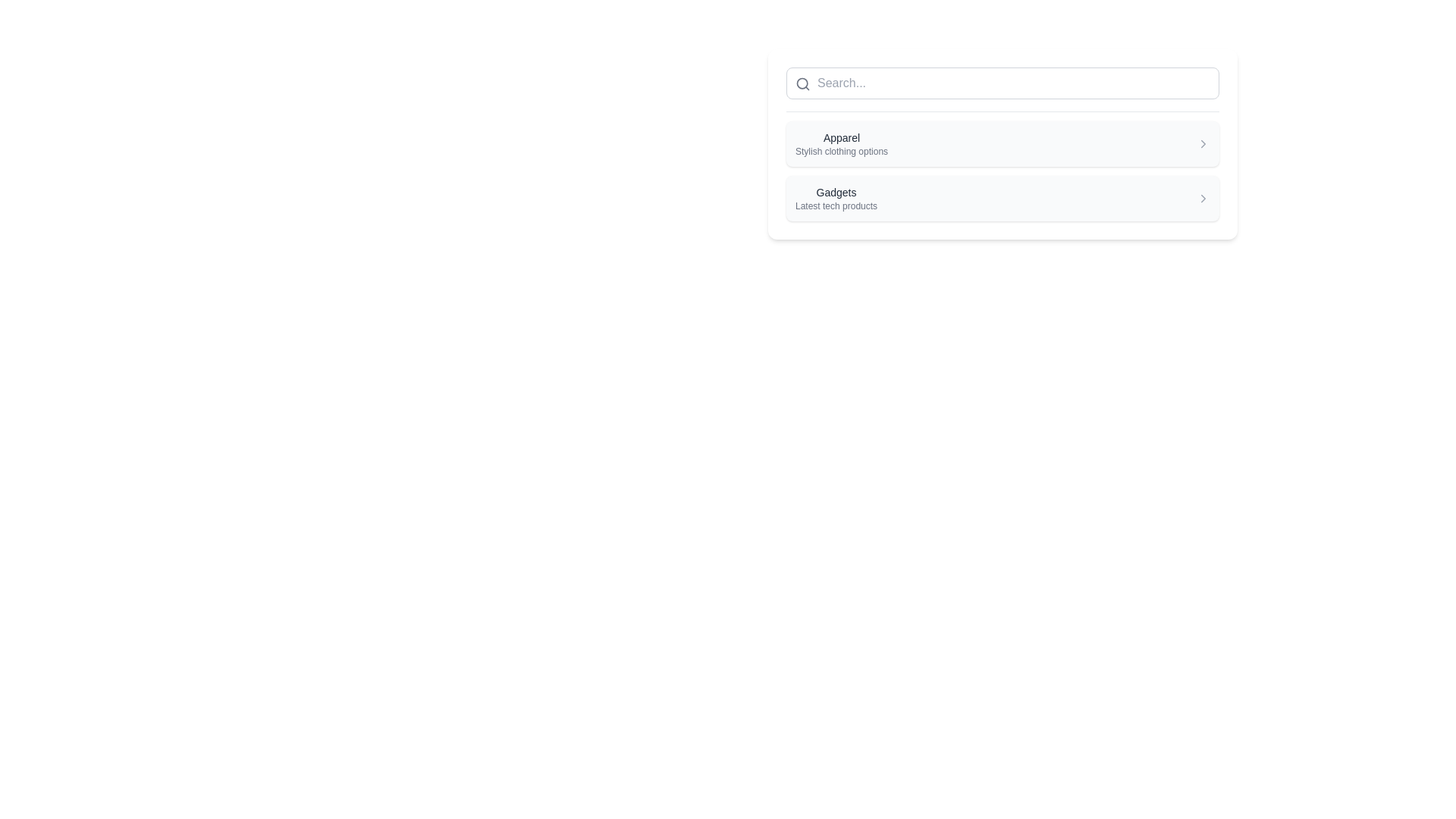 This screenshot has height=819, width=1456. Describe the element at coordinates (802, 83) in the screenshot. I see `the circular shape representing the lens of the search magnifying glass in the SVG icon, located in the upper-left portion of the interface` at that location.